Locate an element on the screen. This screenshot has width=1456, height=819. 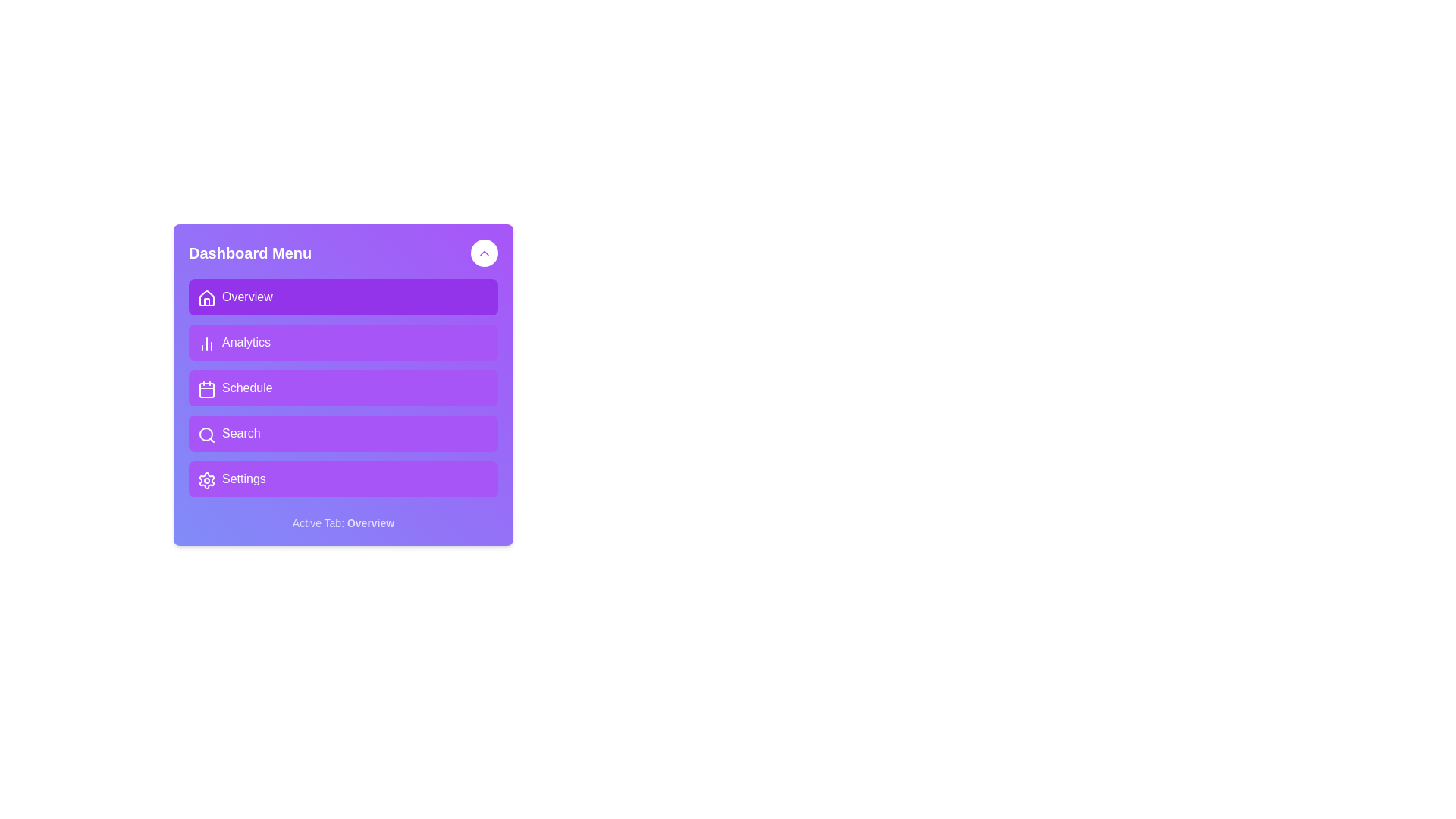
the gear icon, which is styled in white color and positioned within the purple 'Settings' button at the bottom of the sidebar menu is located at coordinates (204, 479).